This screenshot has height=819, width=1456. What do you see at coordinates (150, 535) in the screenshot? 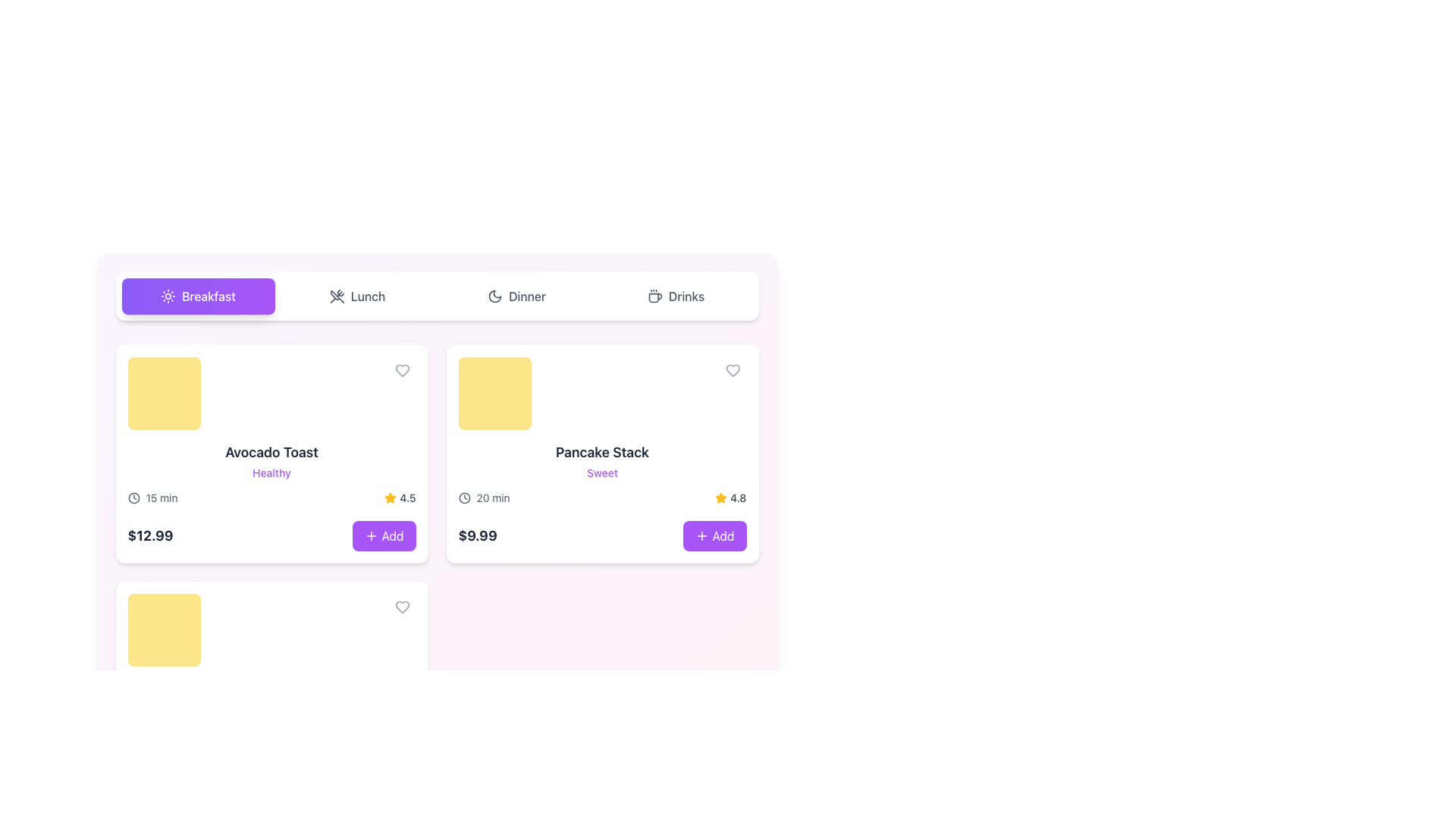
I see `the price text label displaying '$12.99' for the product 'Avocado Toast', located at the bottom left corner of the product card` at bounding box center [150, 535].